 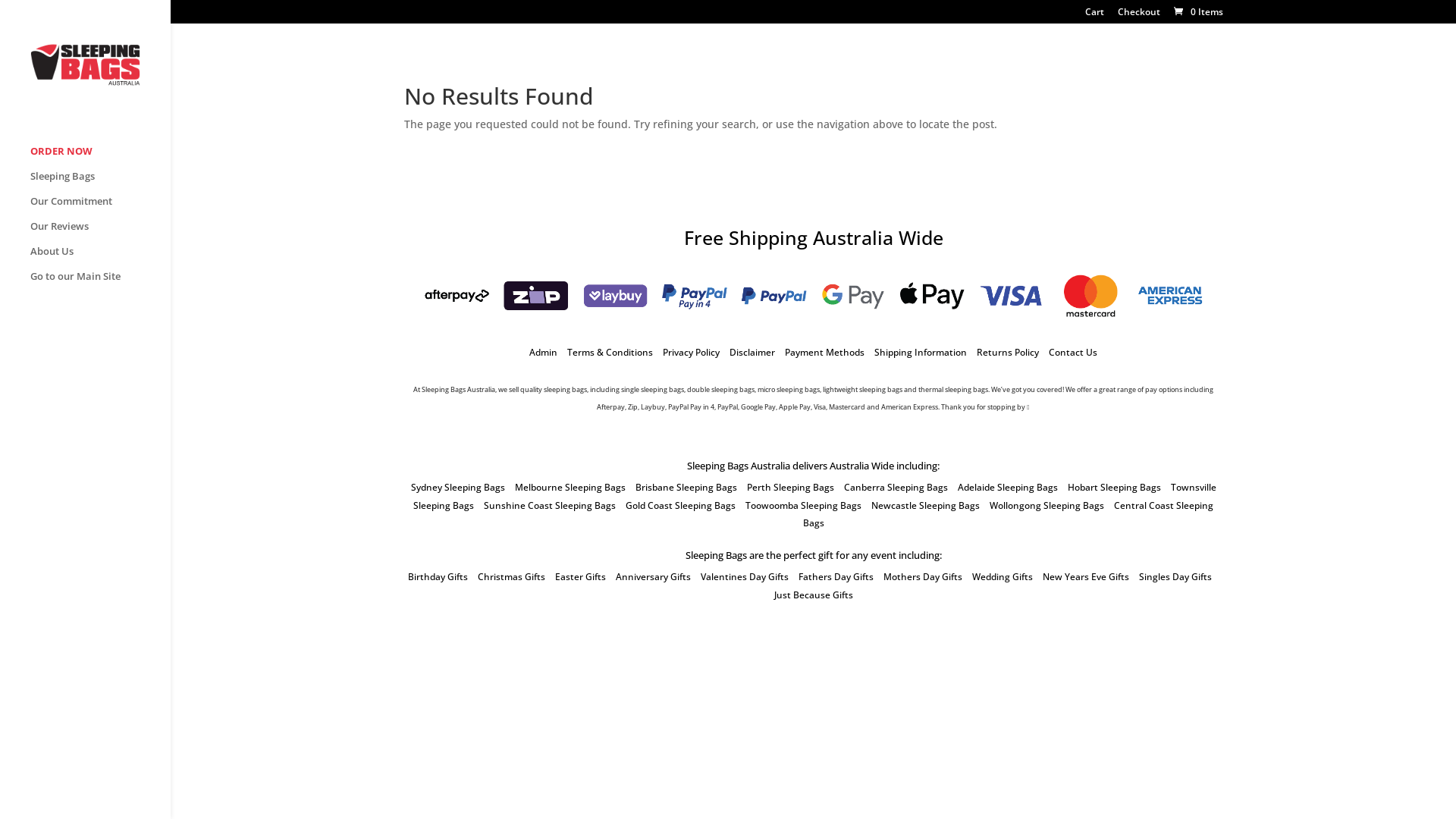 What do you see at coordinates (568, 487) in the screenshot?
I see `'Melbourne Sleeping Bags'` at bounding box center [568, 487].